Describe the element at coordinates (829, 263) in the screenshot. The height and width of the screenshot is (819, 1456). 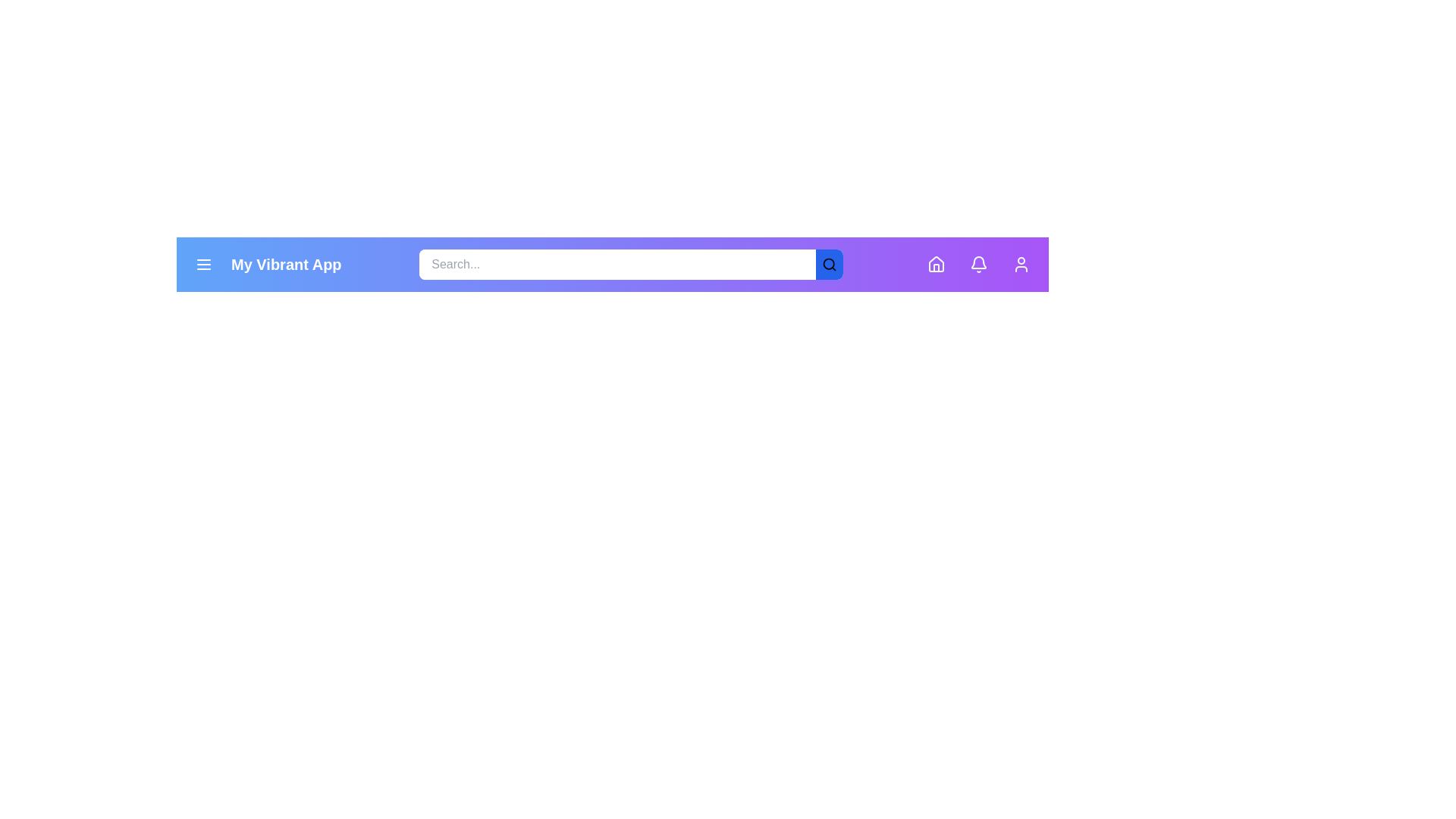
I see `the search button to submit the search query` at that location.